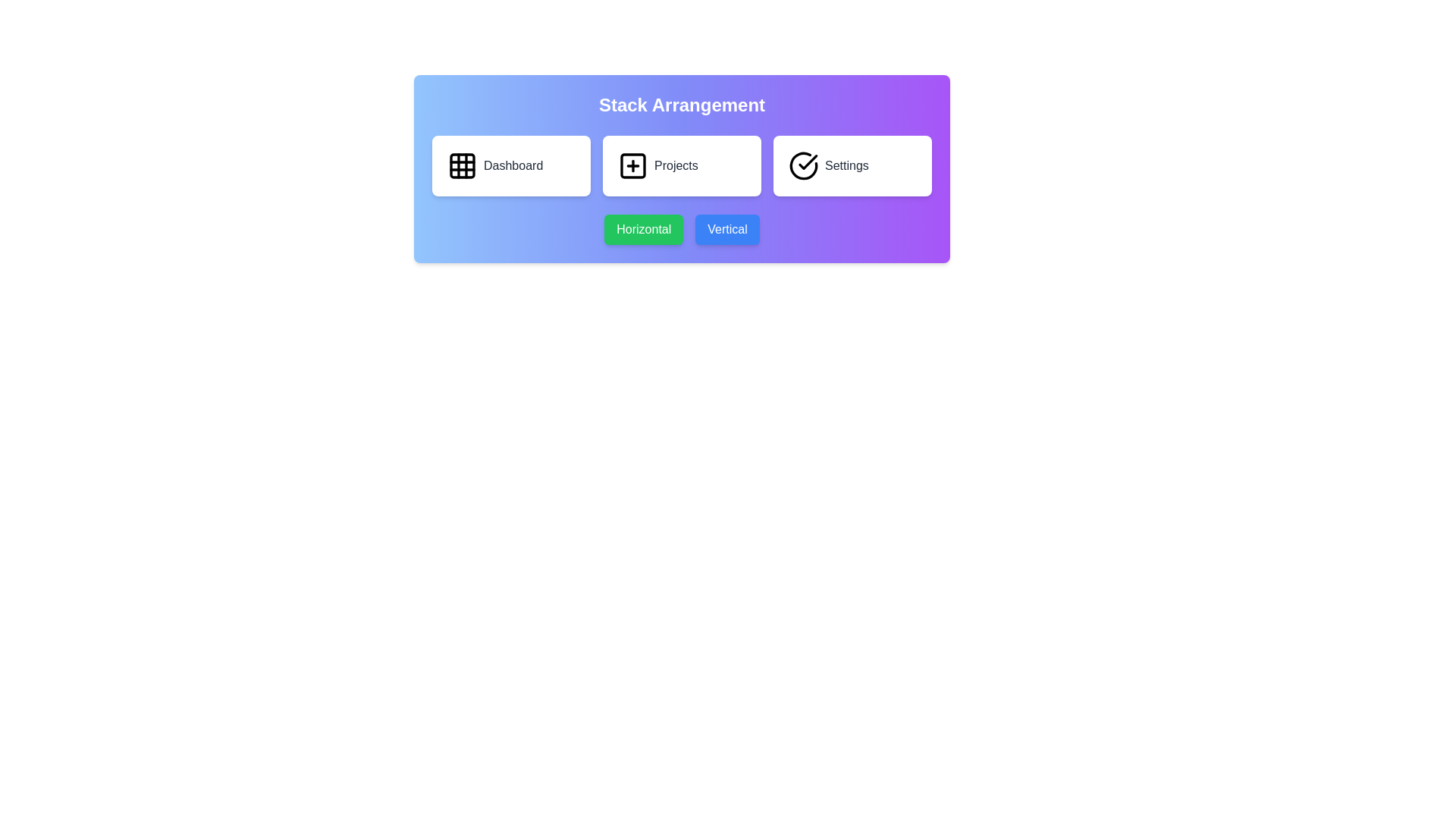 This screenshot has width=1456, height=819. I want to click on the 'Dashboard' label which indicates the functionality of the accompanying button, located to the right of a grid icon in a horizontal arrangement of buttons under the 'Stack Arrangement' heading, so click(513, 166).